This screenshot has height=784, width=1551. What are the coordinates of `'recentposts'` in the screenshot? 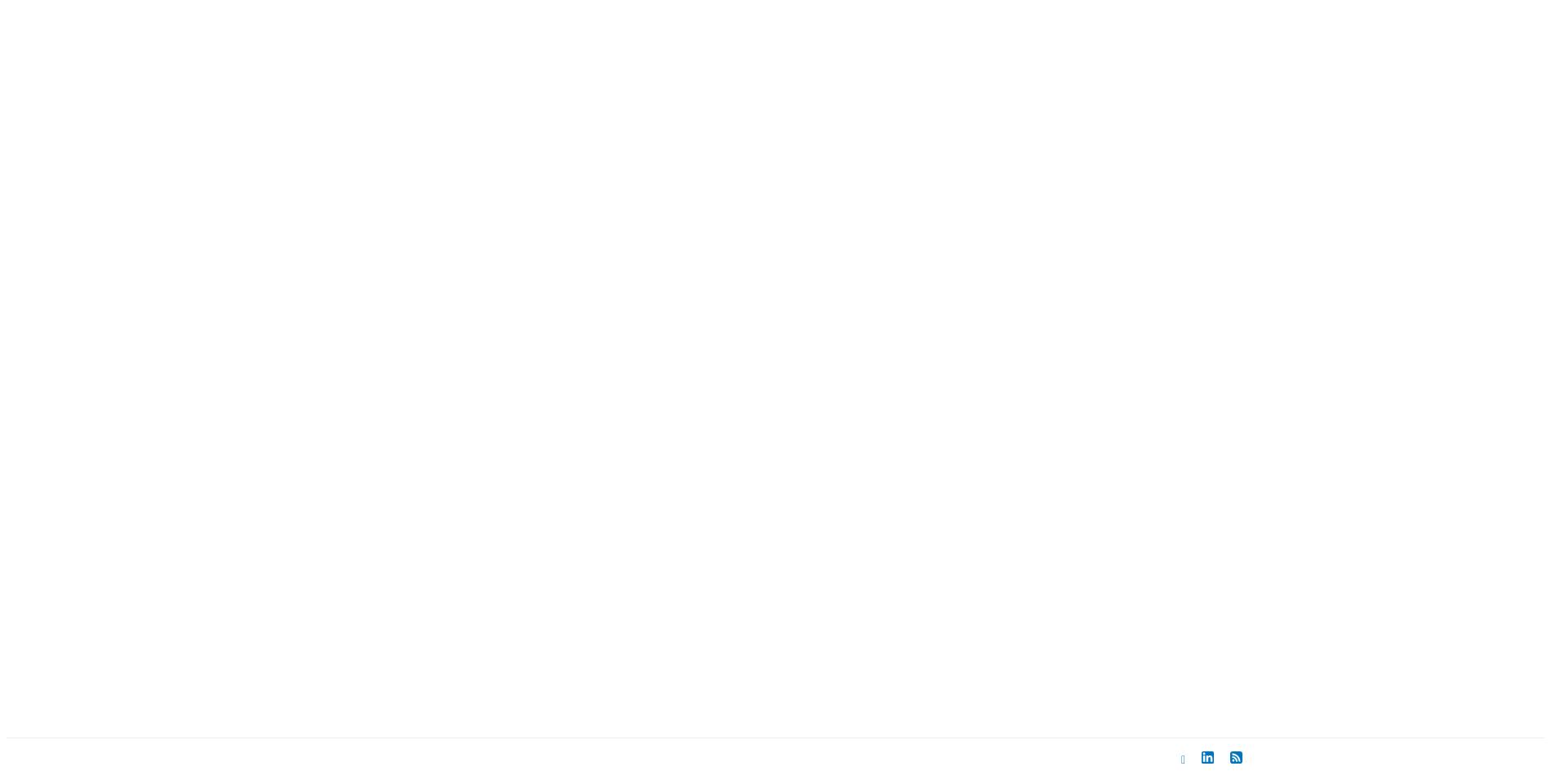 It's located at (341, 644).